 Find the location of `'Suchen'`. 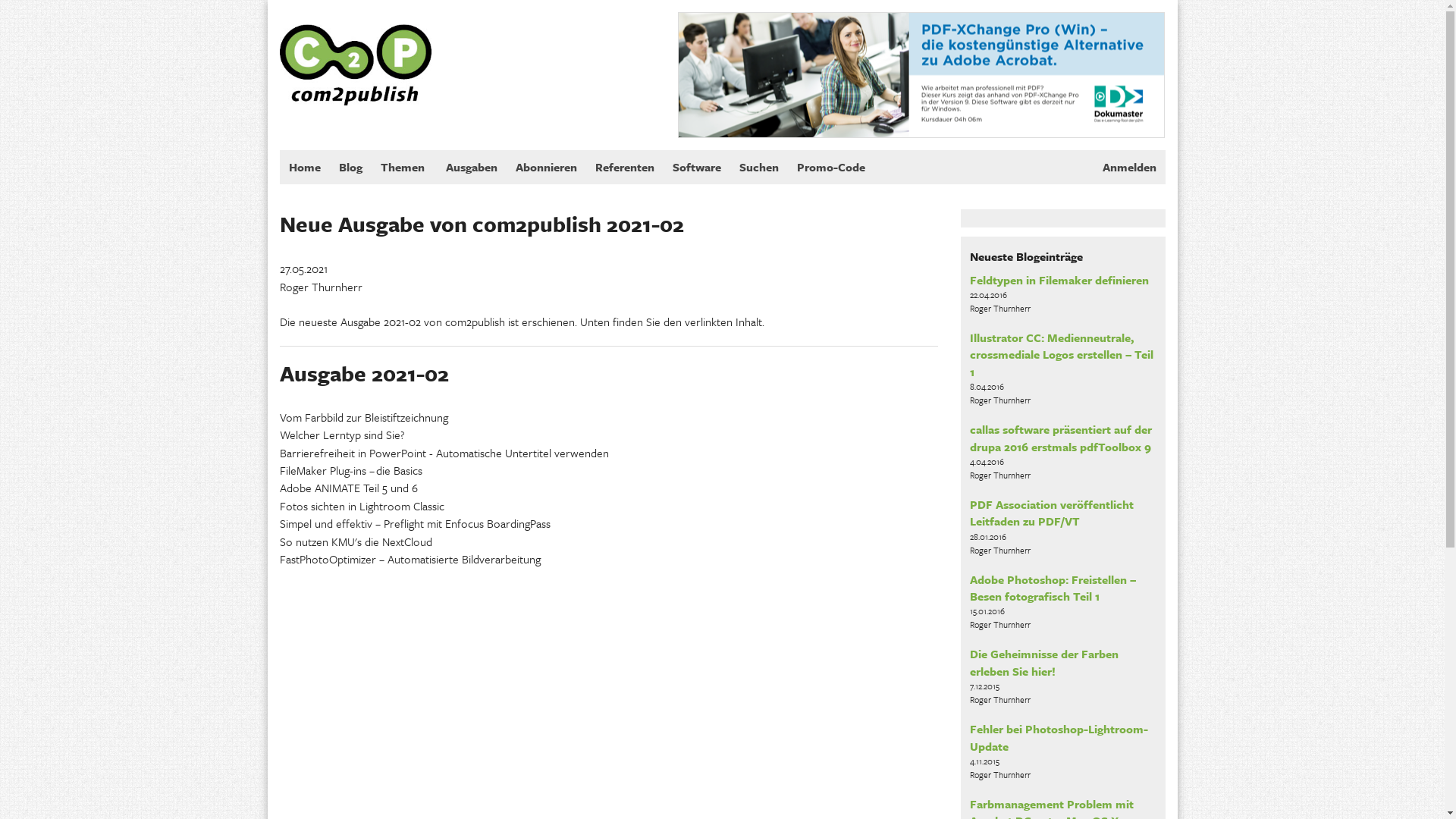

'Suchen' is located at coordinates (729, 167).